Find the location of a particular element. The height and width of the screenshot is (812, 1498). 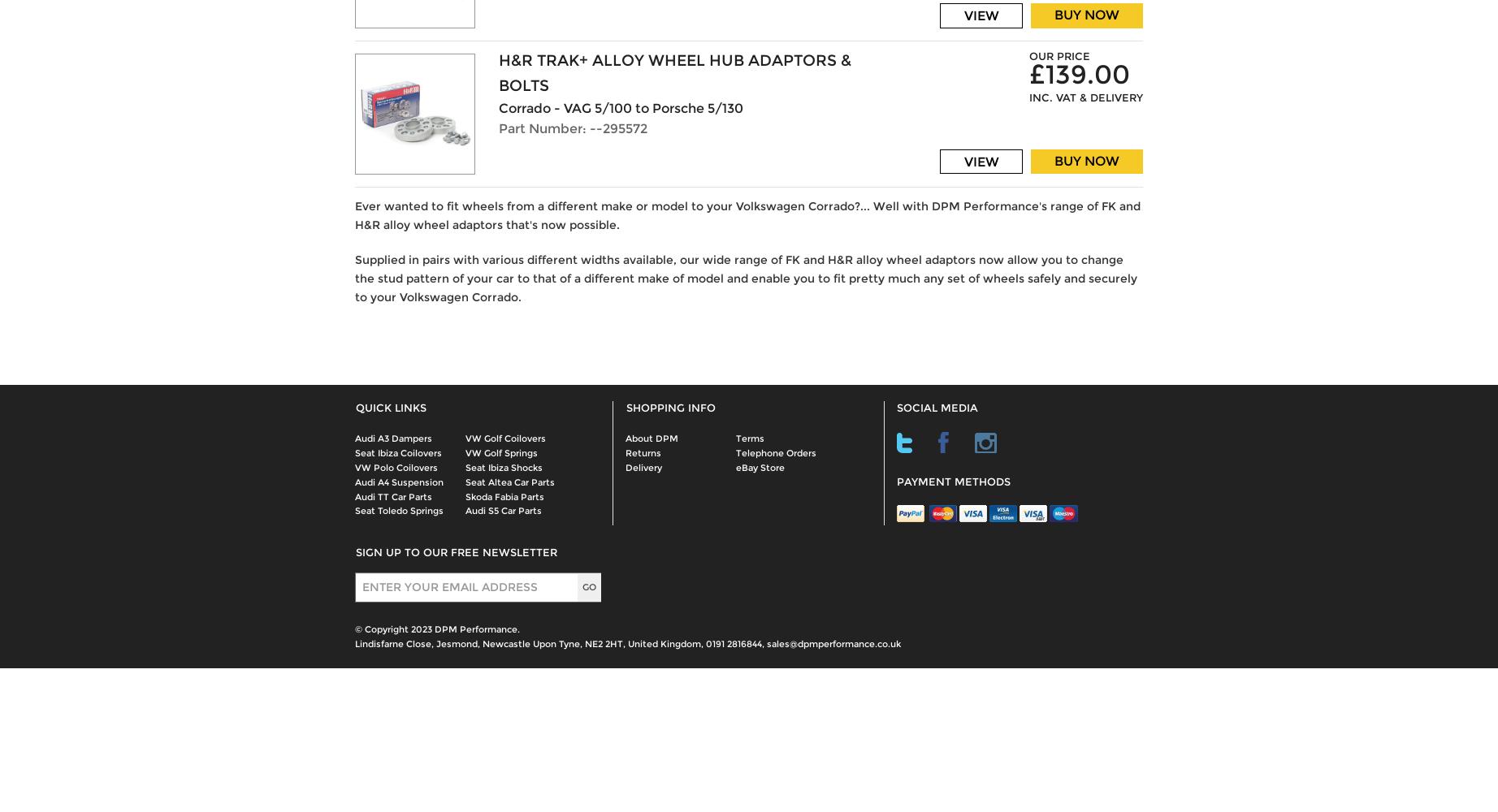

'© Copyright 2023 DPM Performance.' is located at coordinates (437, 629).